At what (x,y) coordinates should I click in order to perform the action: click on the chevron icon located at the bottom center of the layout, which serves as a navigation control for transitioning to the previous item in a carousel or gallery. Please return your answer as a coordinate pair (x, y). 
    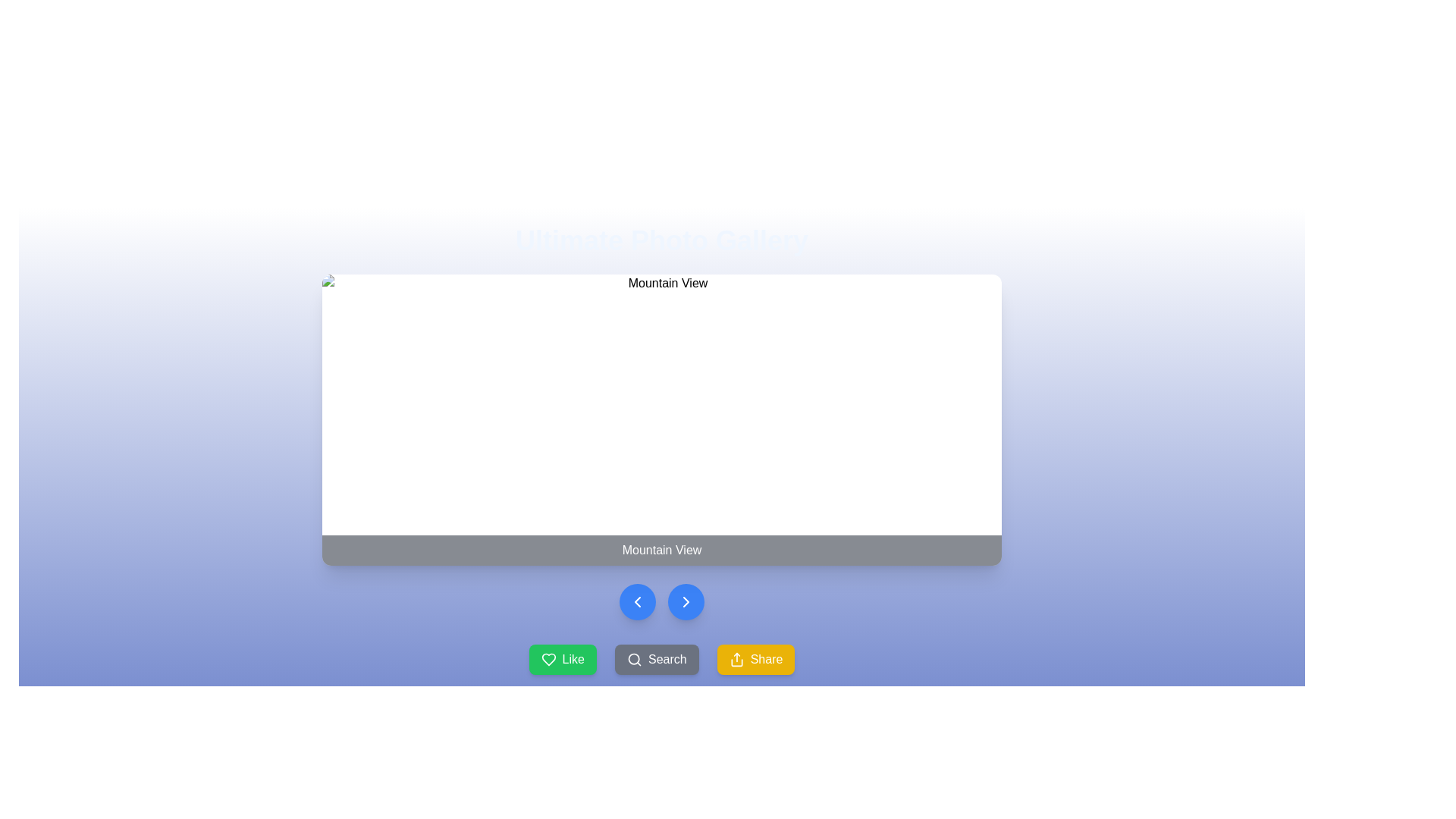
    Looking at the image, I should click on (637, 601).